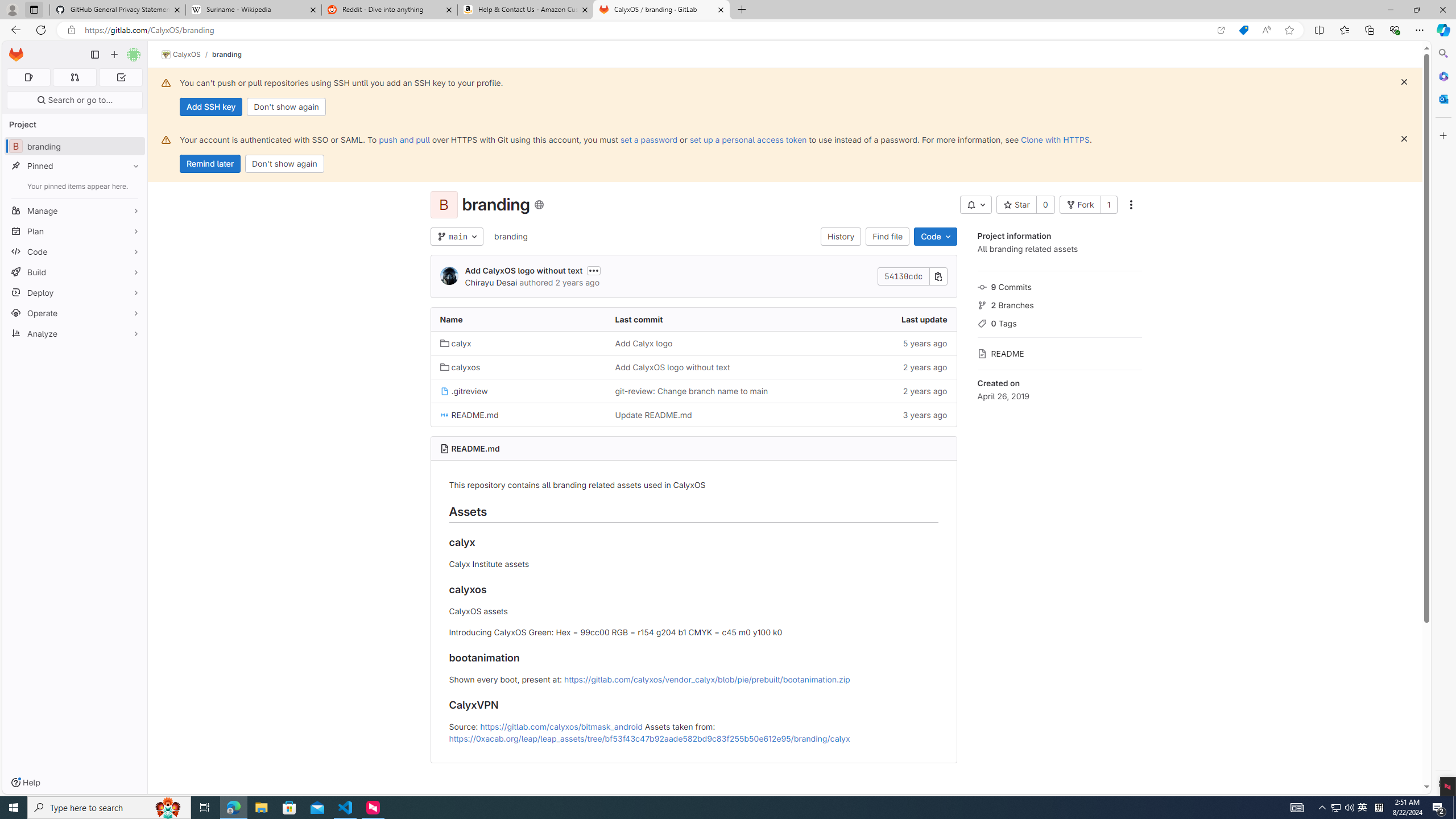 The image size is (1456, 819). I want to click on '0', so click(1045, 205).